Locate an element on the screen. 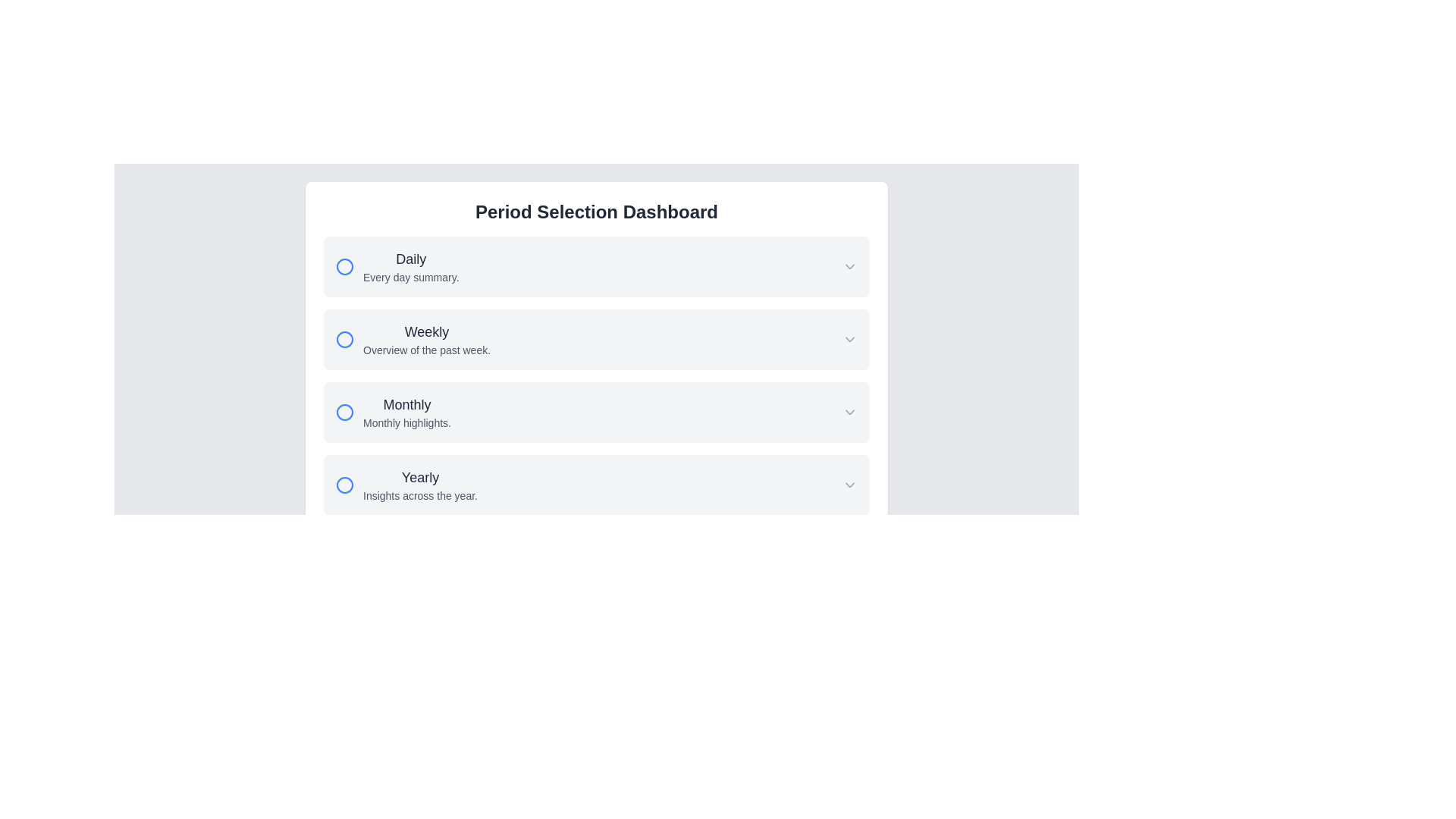 The image size is (1456, 819). the Option Selector for periodicity level selection, which is located centrally below the 'Period Selection Dashboard' title and above the 'Monthly' section is located at coordinates (596, 375).